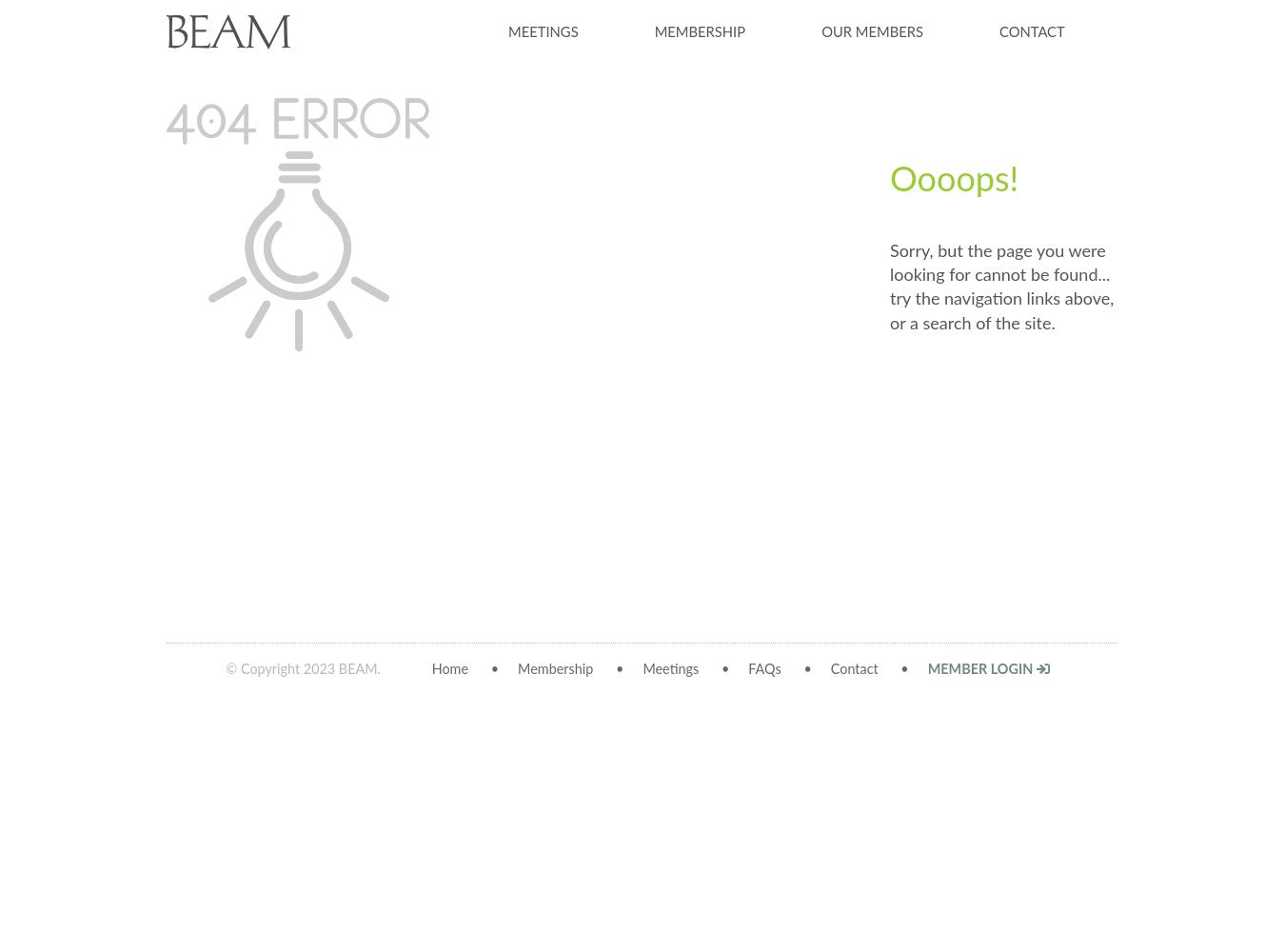  Describe the element at coordinates (225, 668) in the screenshot. I see `'© Copyright 2023 BEAM.'` at that location.